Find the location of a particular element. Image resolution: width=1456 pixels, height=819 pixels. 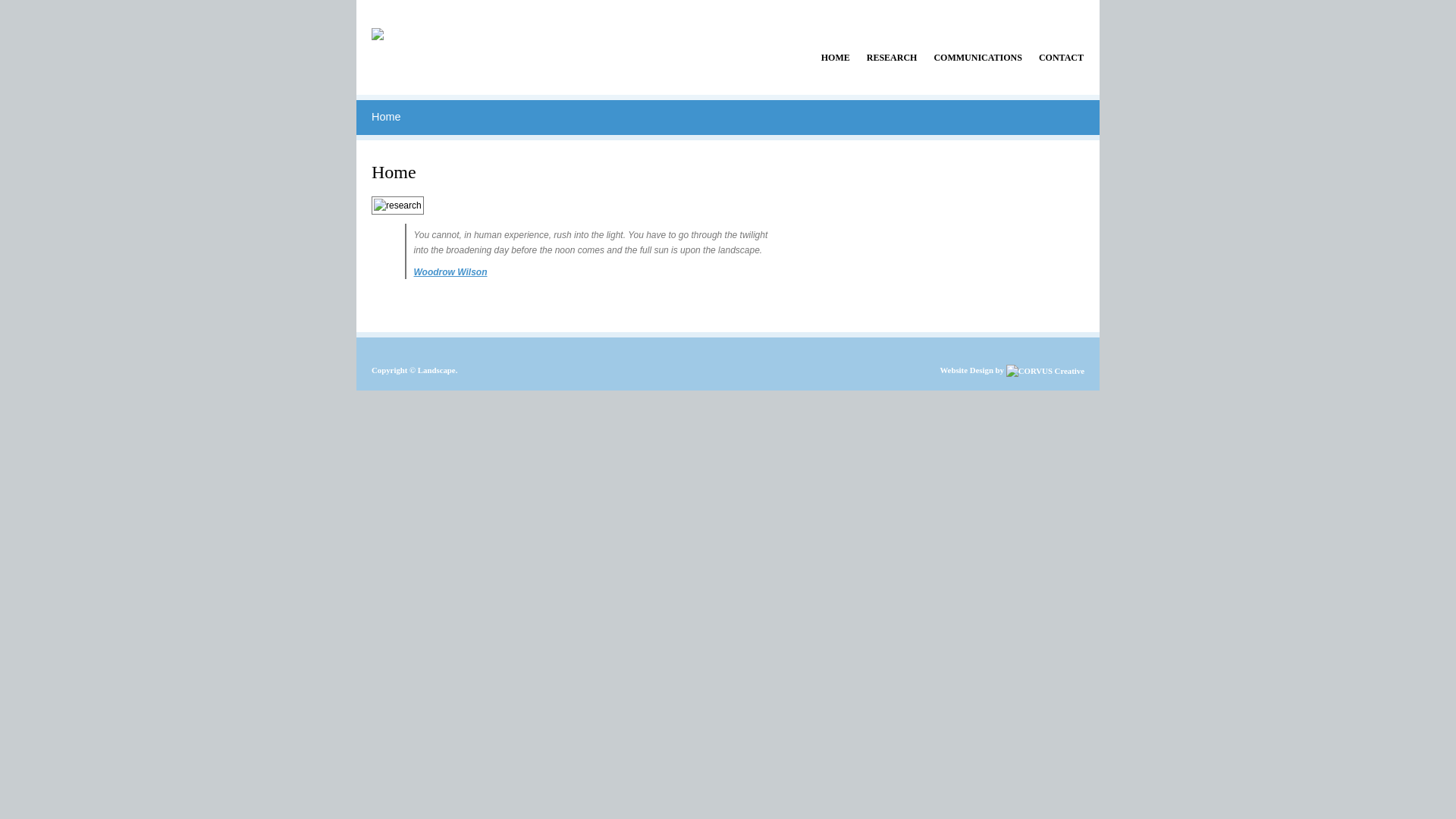

'COMMUNICATIONS' is located at coordinates (977, 57).